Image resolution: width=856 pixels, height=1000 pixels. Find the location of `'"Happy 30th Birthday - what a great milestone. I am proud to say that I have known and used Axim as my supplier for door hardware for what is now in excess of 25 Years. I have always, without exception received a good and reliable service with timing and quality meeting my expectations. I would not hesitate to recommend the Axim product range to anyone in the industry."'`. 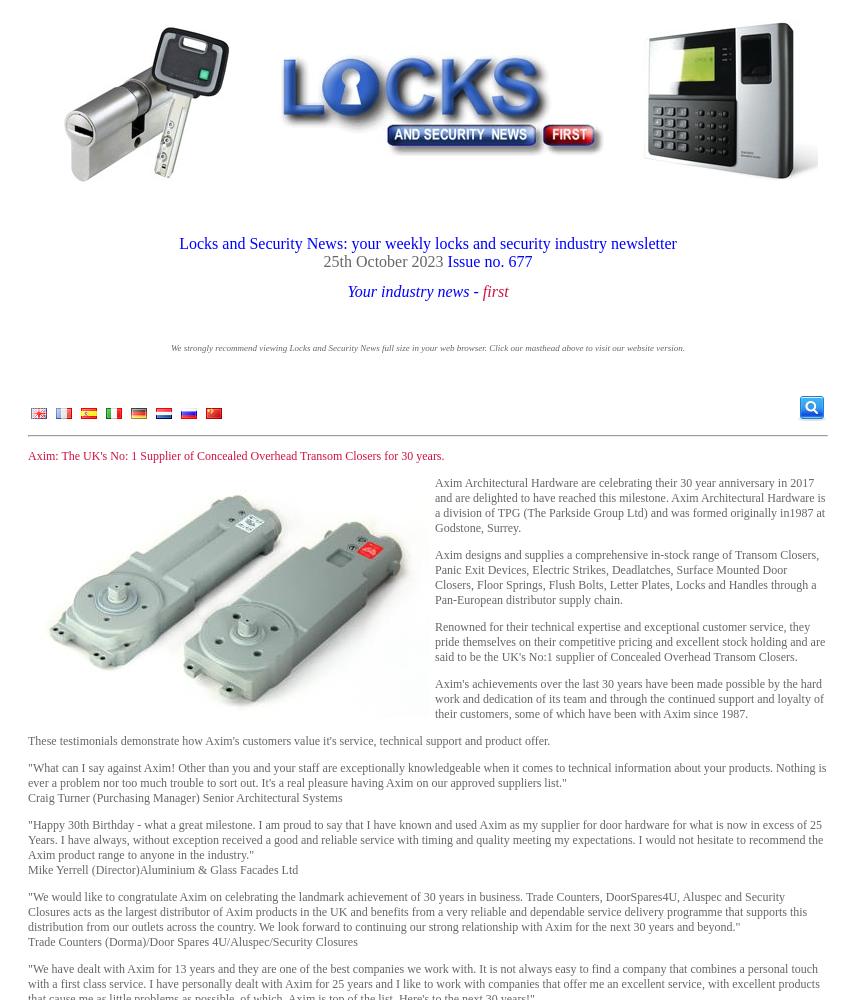

'"Happy 30th Birthday - what a great milestone. I am proud to say that I have known and used Axim as my supplier for door hardware for what is now in excess of 25 Years. I have always, without exception received a good and reliable service with timing and quality meeting my expectations. I would not hesitate to recommend the Axim product range to anyone in the industry."' is located at coordinates (424, 839).